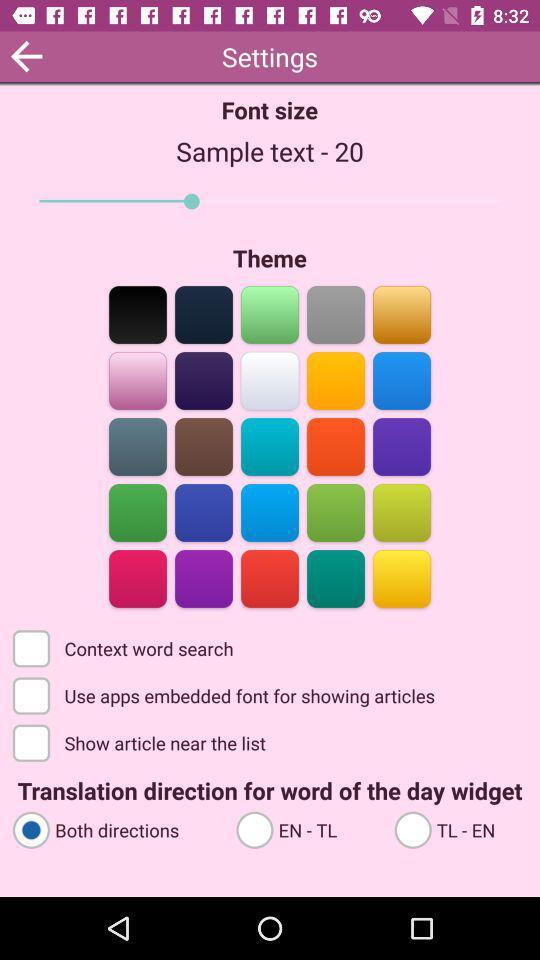 This screenshot has width=540, height=960. I want to click on theme color option, so click(401, 510).